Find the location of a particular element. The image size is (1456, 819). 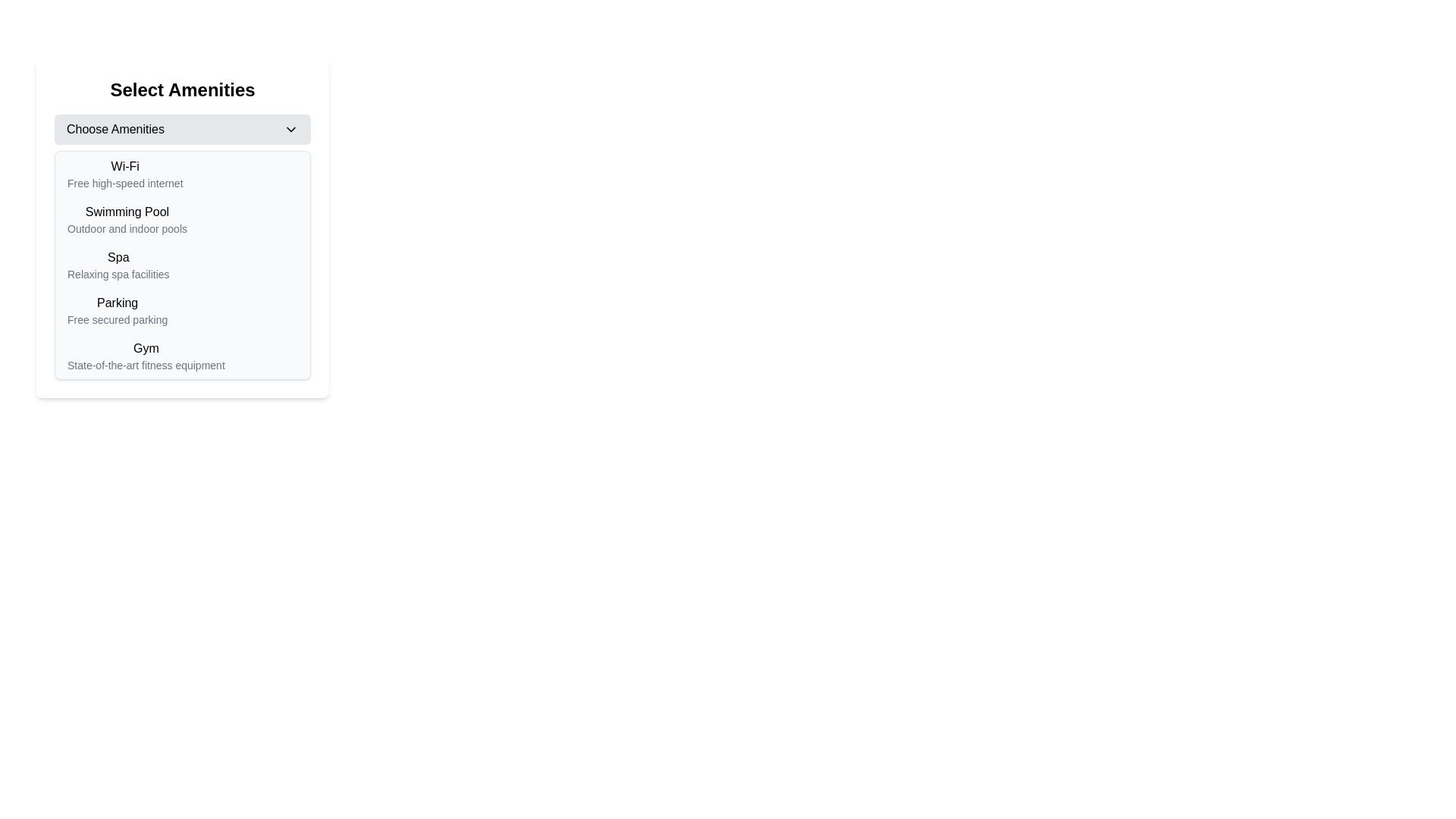

the last list item labeled 'Gym' that contains the description 'State-of-the-art fitness equipment', styled with padding and a hover effect, located within a light-gray background, positioned below the 'Parking' option is located at coordinates (182, 356).